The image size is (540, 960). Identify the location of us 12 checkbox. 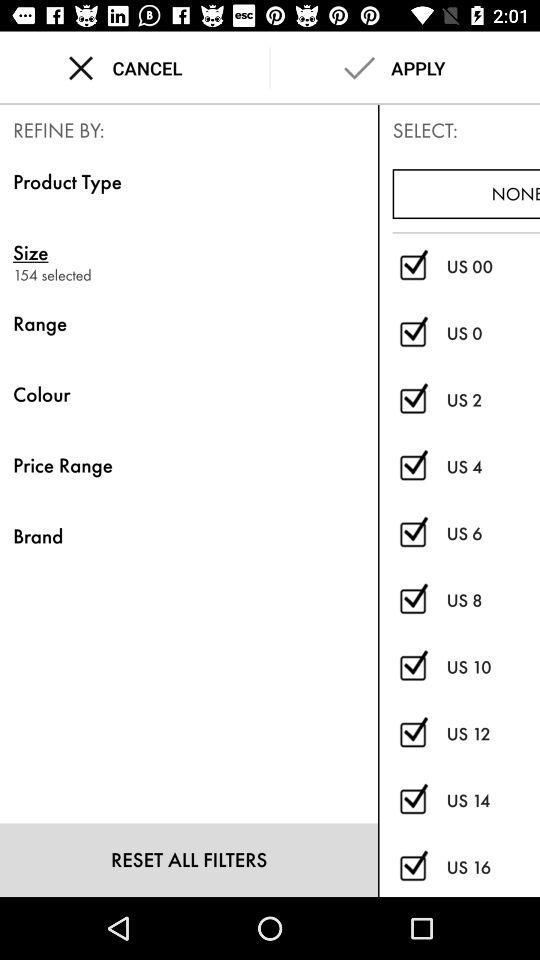
(412, 733).